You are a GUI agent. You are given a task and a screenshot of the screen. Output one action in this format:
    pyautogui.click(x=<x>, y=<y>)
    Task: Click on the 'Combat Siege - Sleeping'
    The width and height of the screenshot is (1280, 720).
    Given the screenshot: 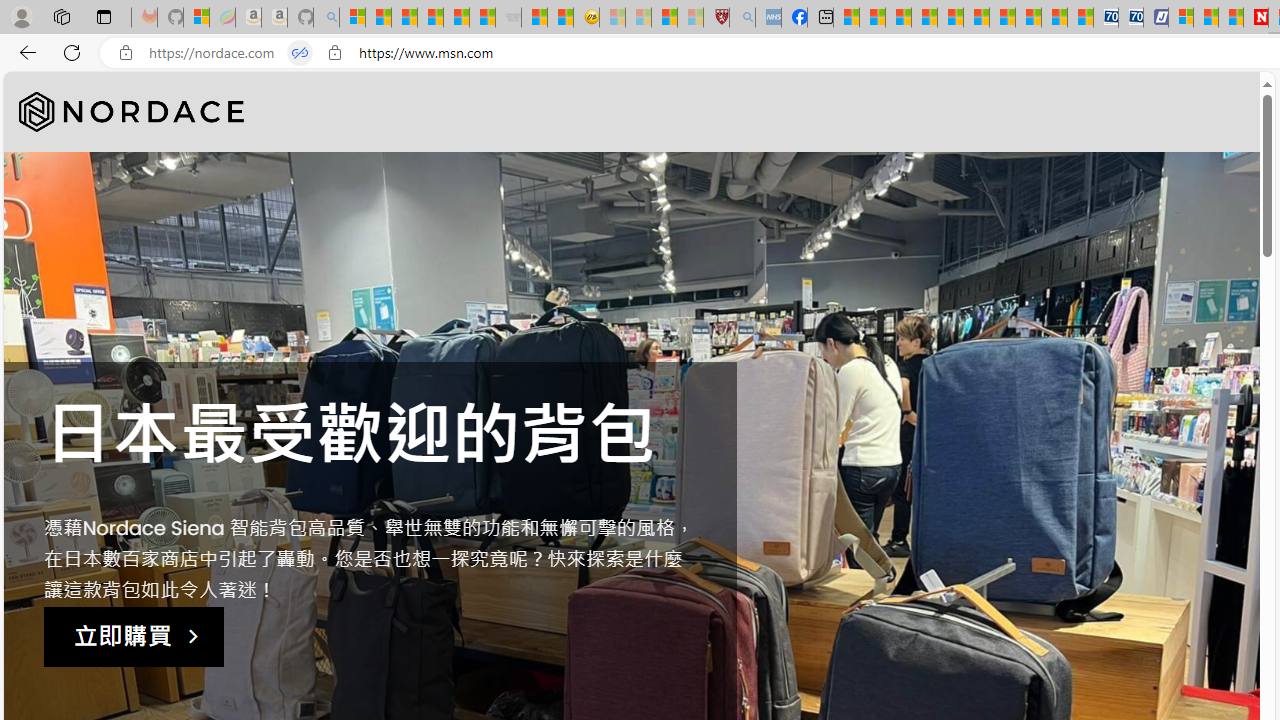 What is the action you would take?
    pyautogui.click(x=508, y=17)
    